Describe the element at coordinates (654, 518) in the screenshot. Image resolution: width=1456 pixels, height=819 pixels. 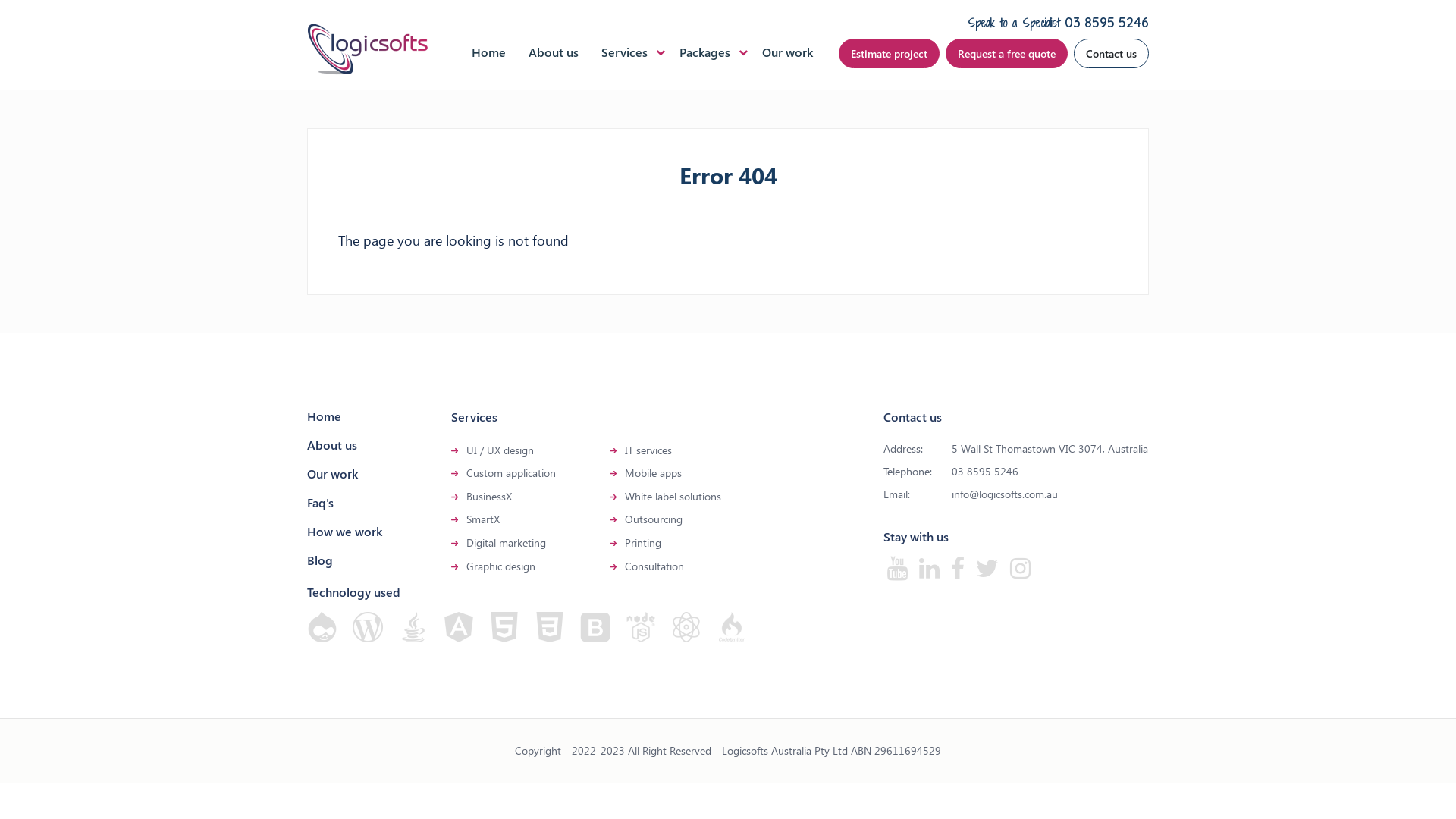
I see `'Outsourcing'` at that location.